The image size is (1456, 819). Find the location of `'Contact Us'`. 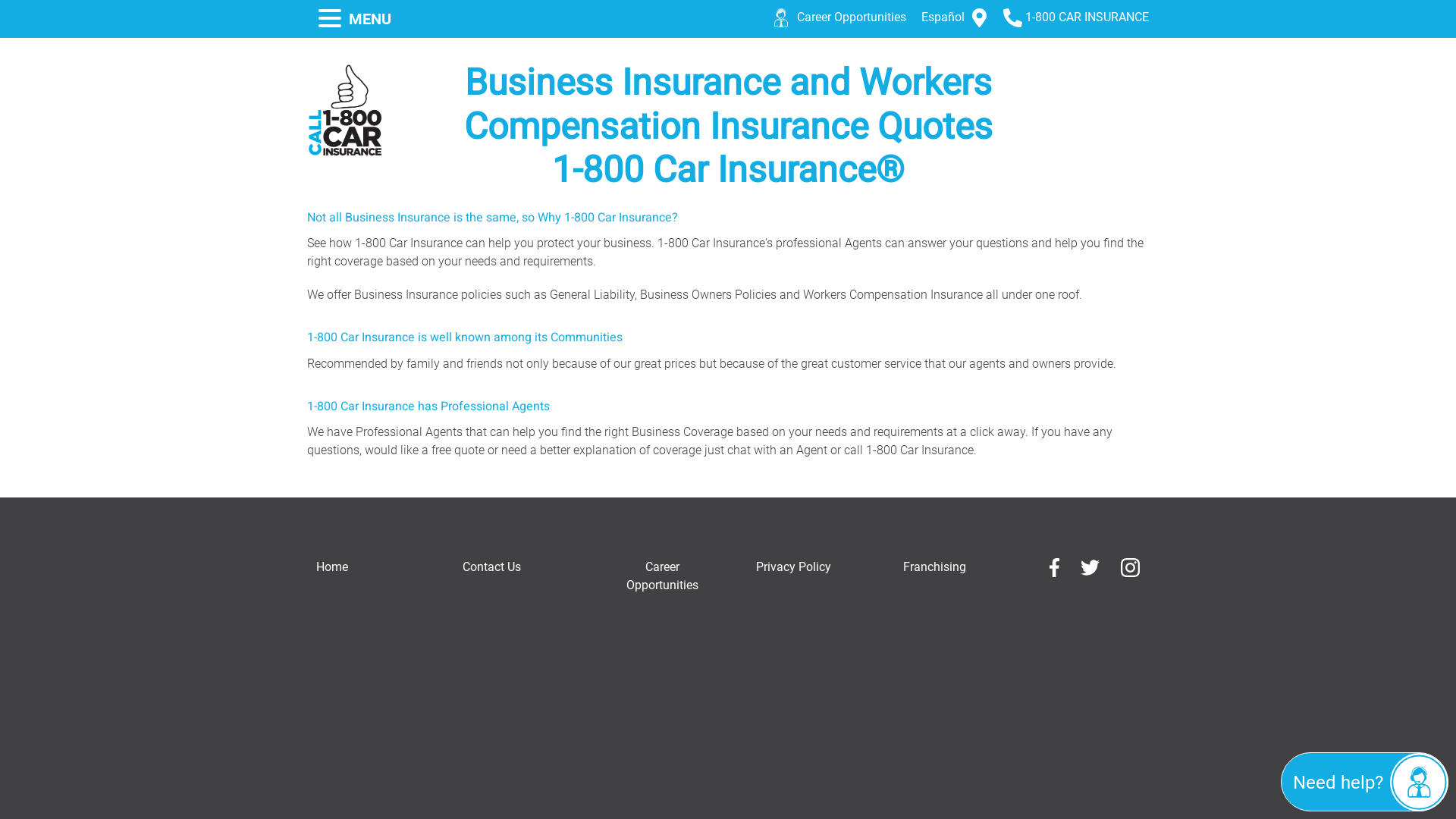

'Contact Us' is located at coordinates (491, 567).